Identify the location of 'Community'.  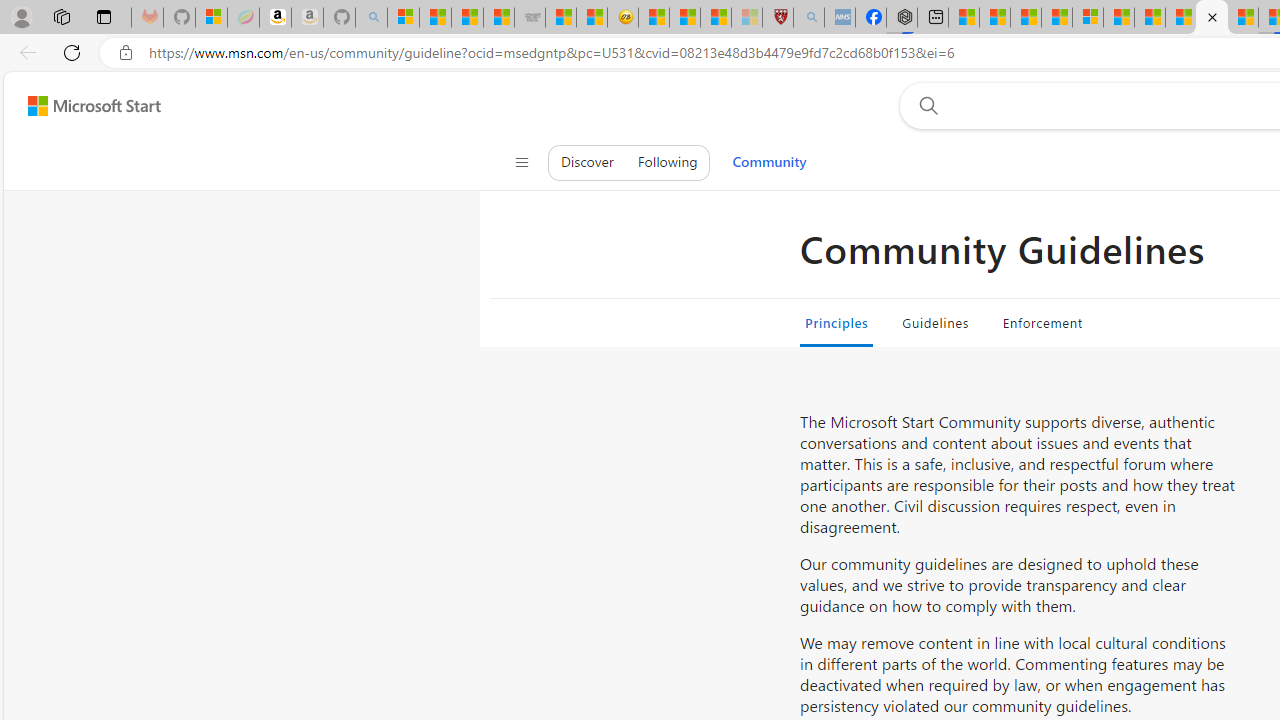
(768, 161).